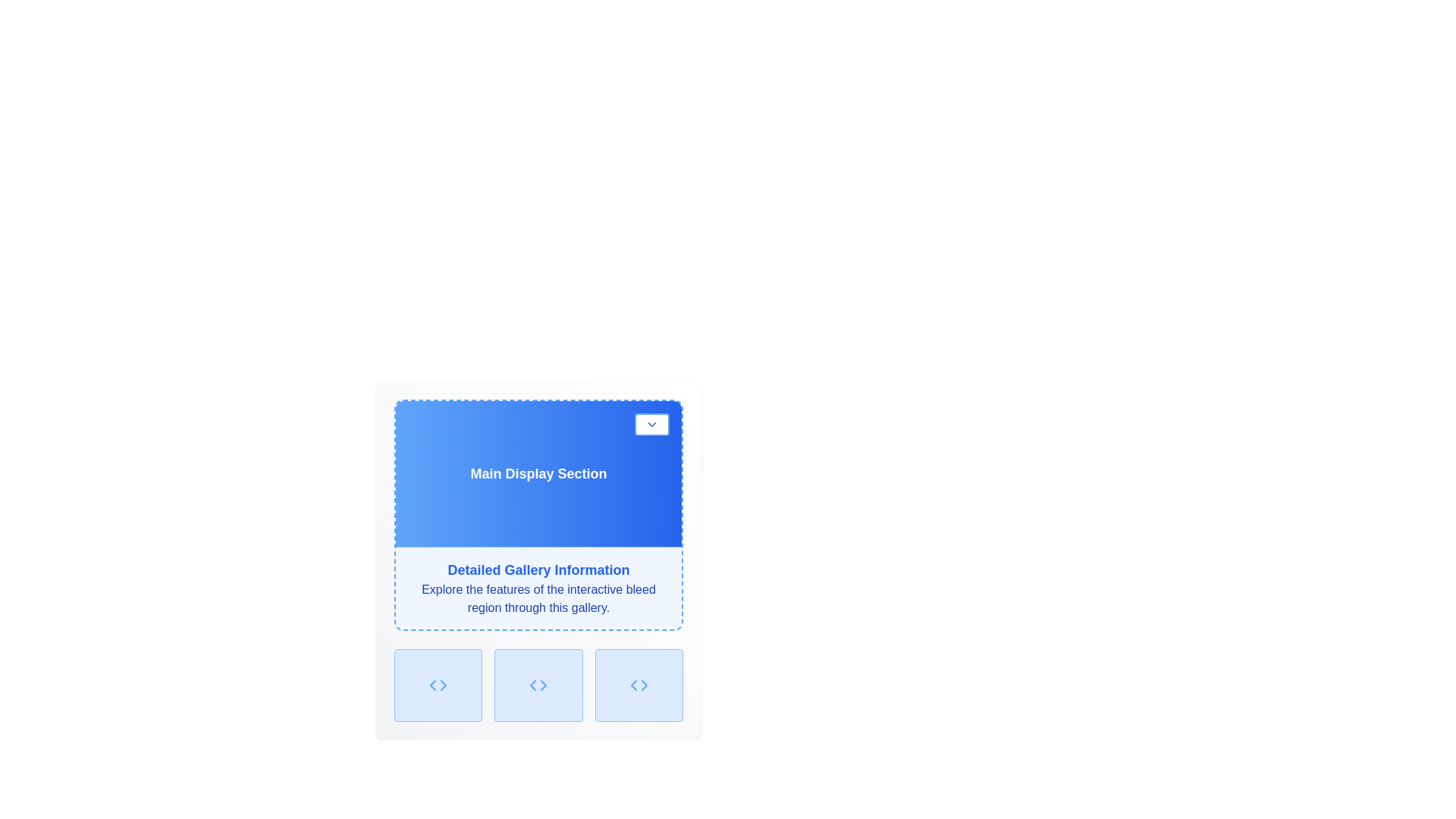 This screenshot has width=1456, height=819. What do you see at coordinates (538, 560) in the screenshot?
I see `text content of the informational text block located below the 'Main Display Section' header and above a row of three square buttons` at bounding box center [538, 560].